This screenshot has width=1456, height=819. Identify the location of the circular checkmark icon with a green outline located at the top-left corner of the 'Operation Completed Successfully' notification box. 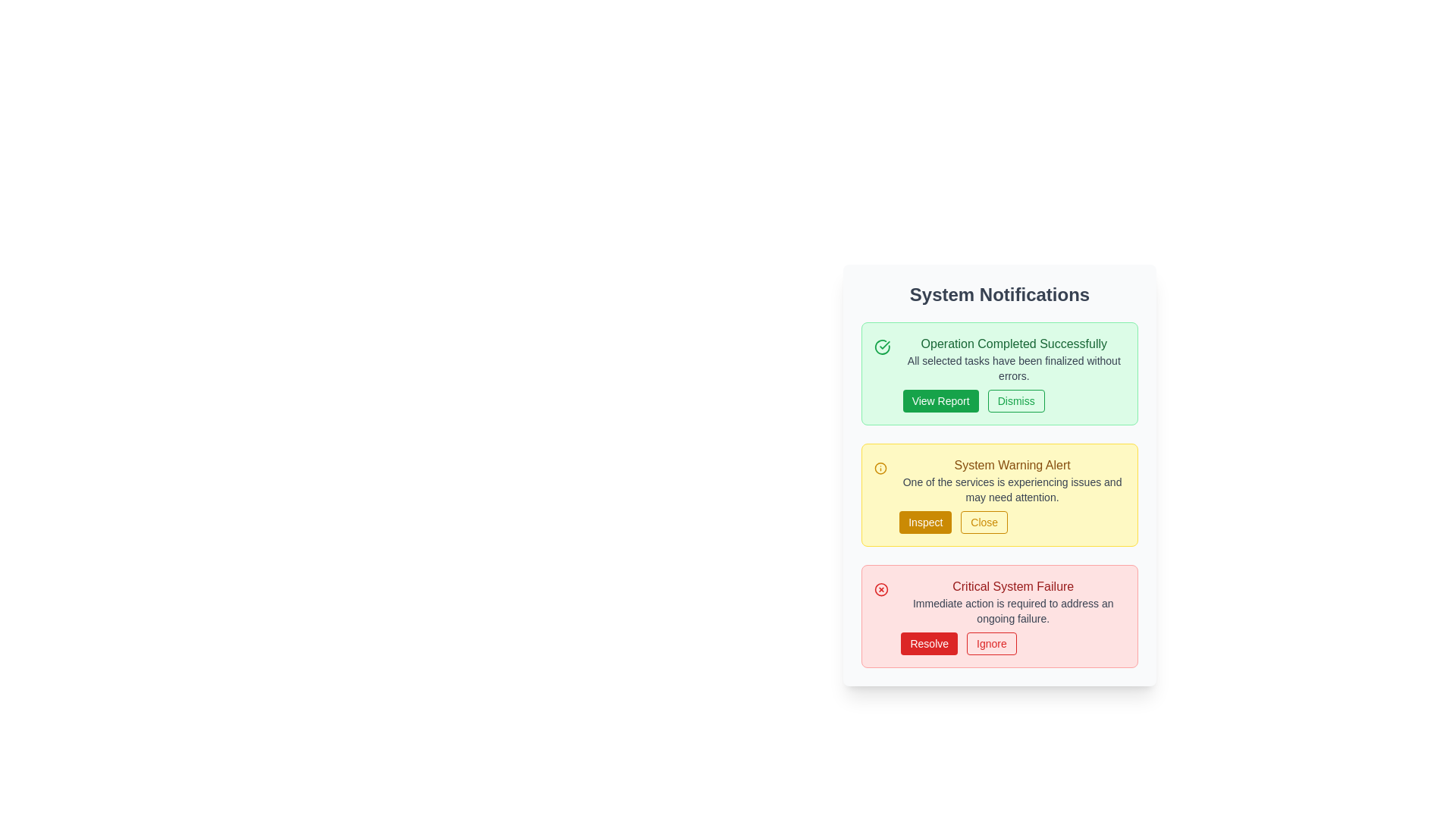
(882, 347).